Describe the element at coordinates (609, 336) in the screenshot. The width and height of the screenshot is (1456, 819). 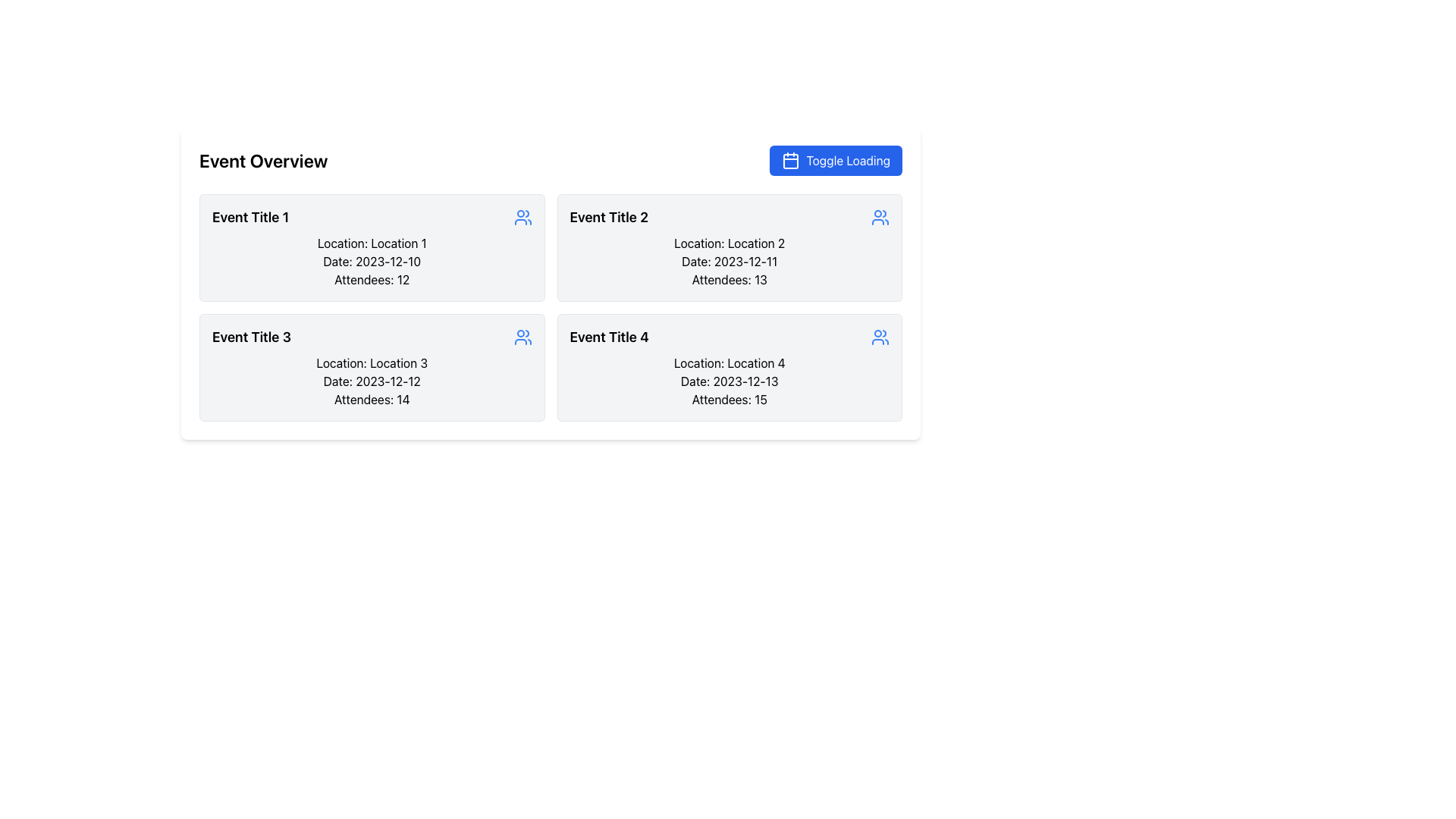
I see `the text label that serves as the title or name of the associated event, located in the bottom-right corner of the event card` at that location.